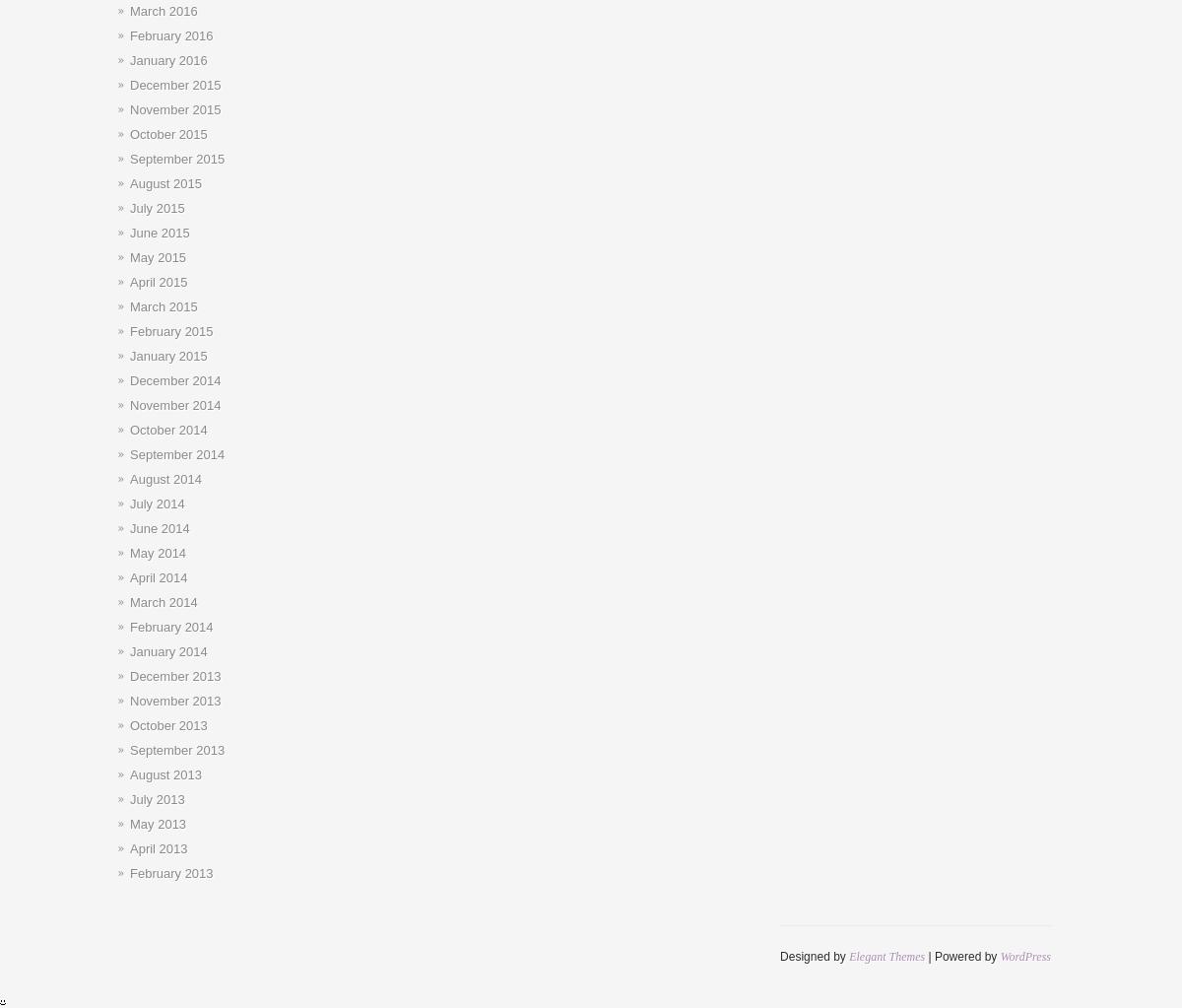 This screenshot has width=1182, height=1008. Describe the element at coordinates (130, 847) in the screenshot. I see `'April 2013'` at that location.